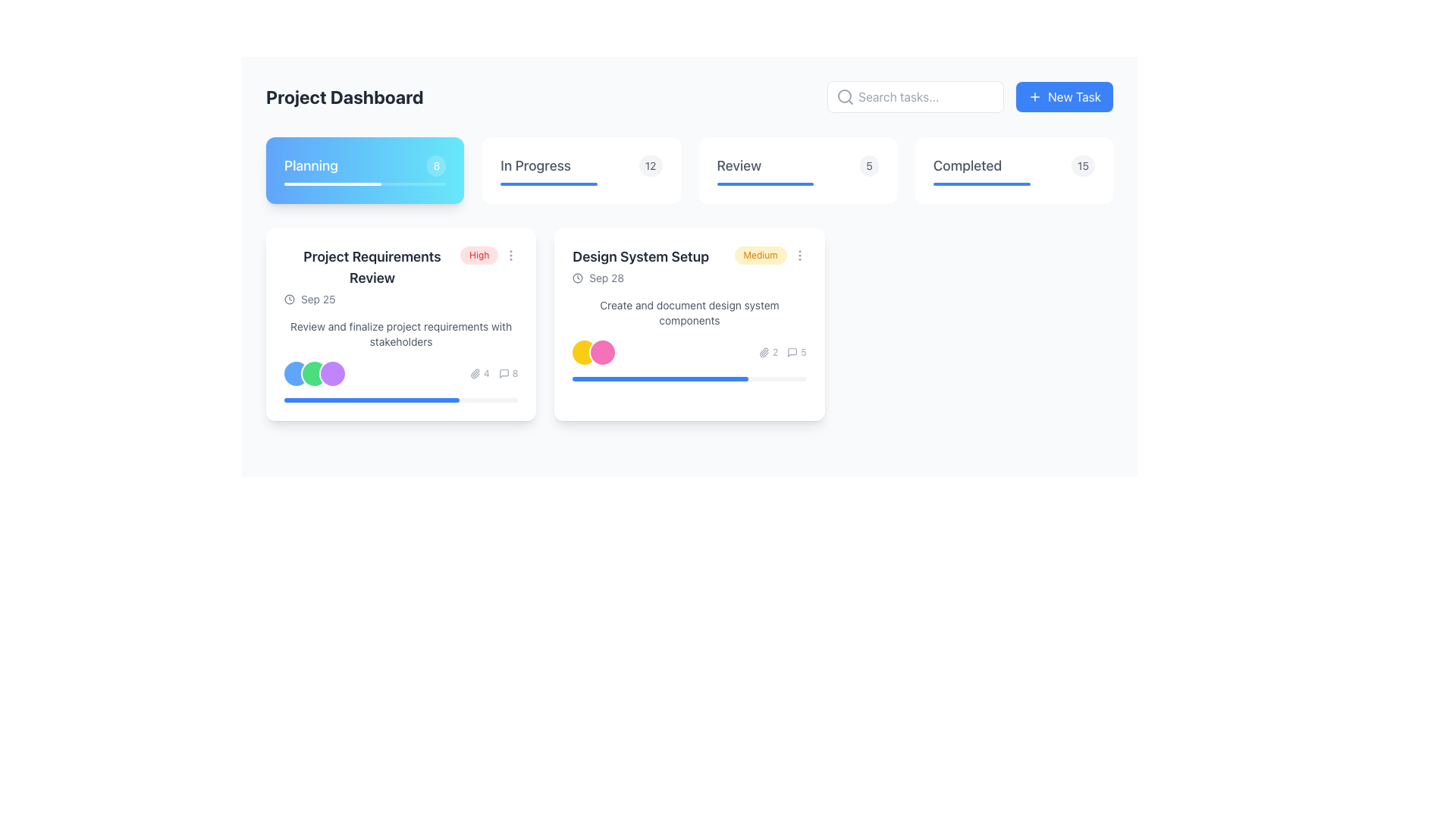 The height and width of the screenshot is (819, 1456). Describe the element at coordinates (486, 374) in the screenshot. I see `text displayed in the numeric indicator Text label located in the lower-right portion of the 'Project Requirements Review' card` at that location.